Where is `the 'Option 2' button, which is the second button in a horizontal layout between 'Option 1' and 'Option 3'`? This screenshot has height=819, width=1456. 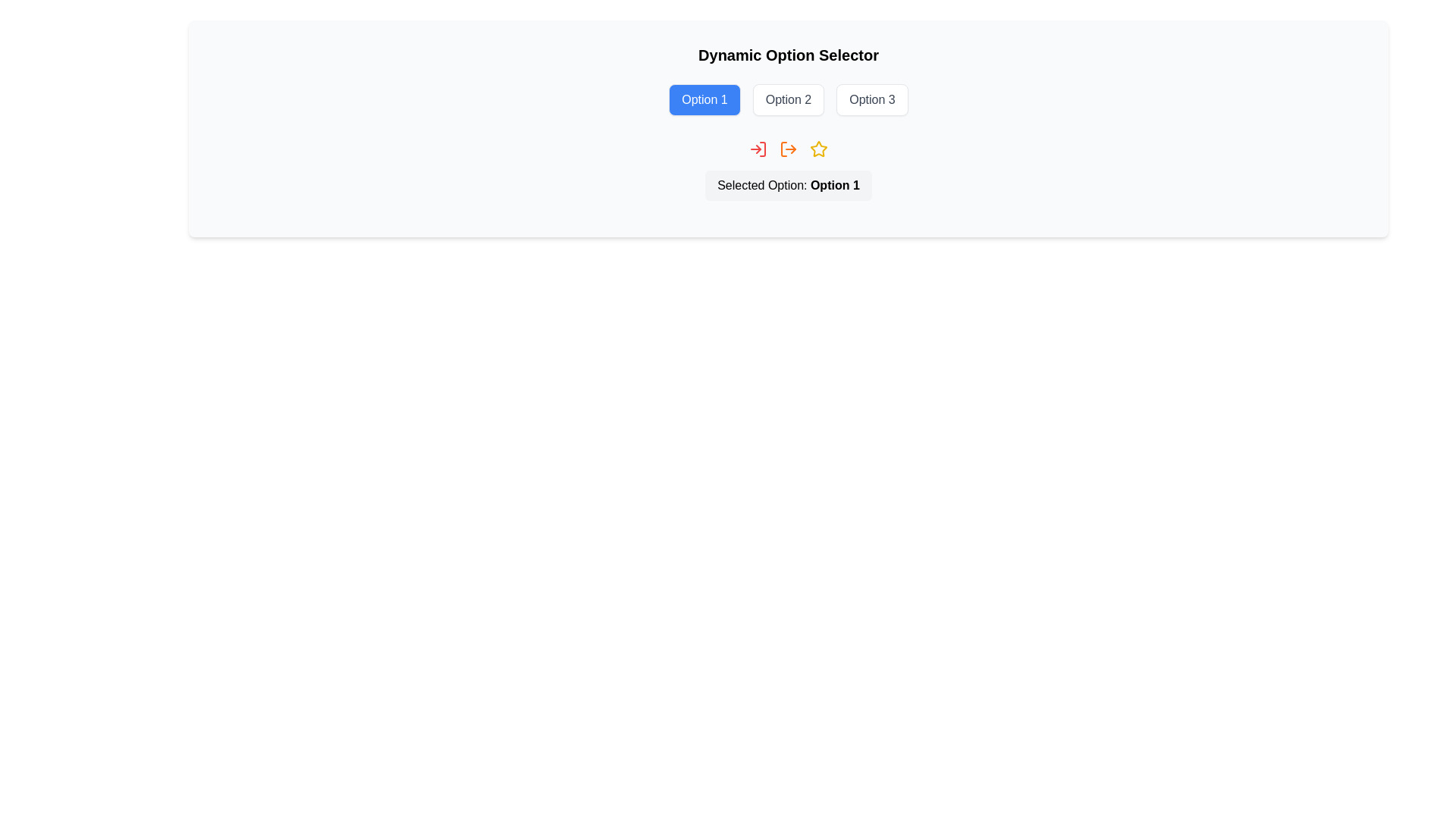
the 'Option 2' button, which is the second button in a horizontal layout between 'Option 1' and 'Option 3' is located at coordinates (789, 99).